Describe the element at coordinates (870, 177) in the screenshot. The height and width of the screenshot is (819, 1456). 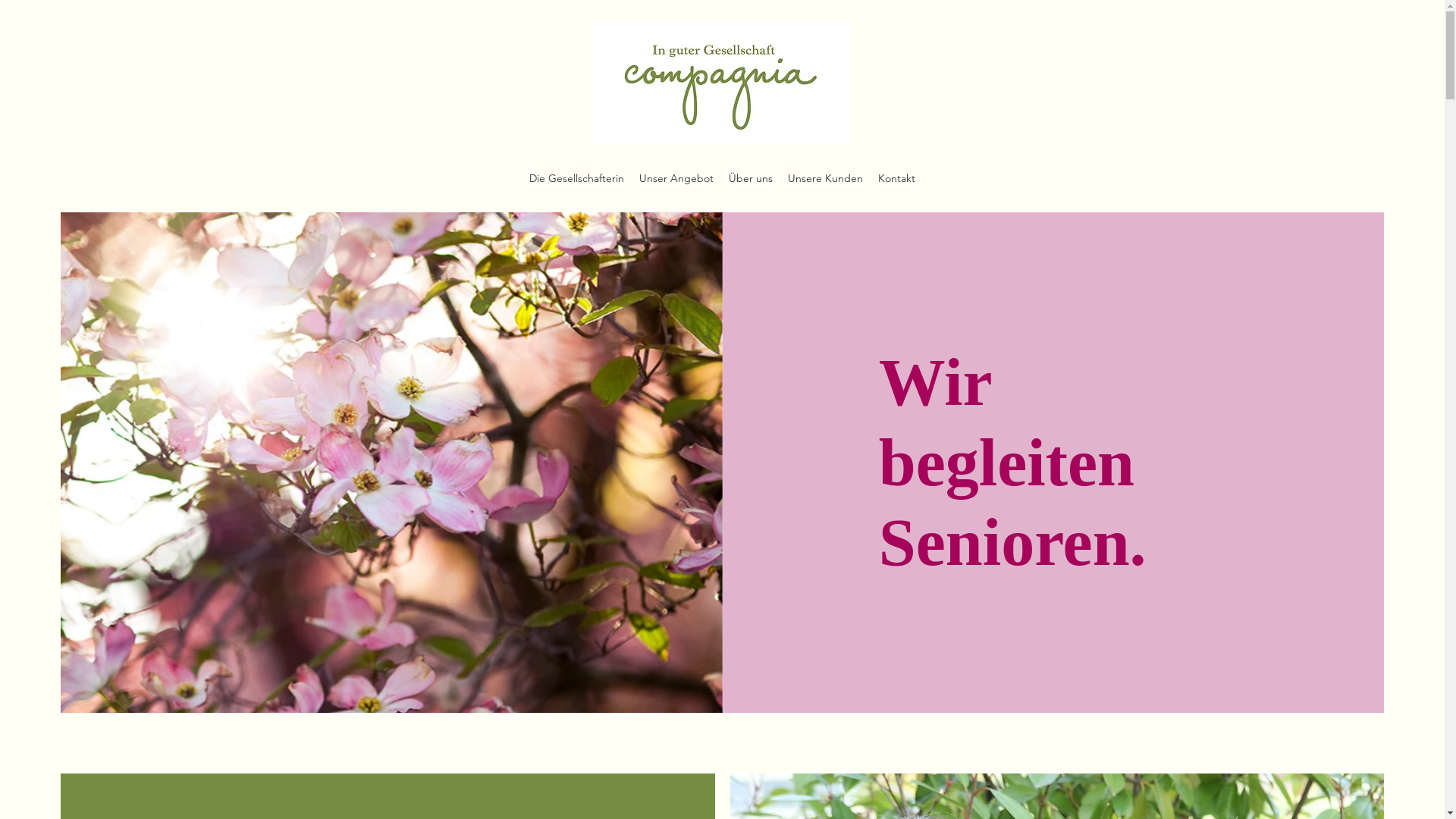
I see `'Kontakt'` at that location.